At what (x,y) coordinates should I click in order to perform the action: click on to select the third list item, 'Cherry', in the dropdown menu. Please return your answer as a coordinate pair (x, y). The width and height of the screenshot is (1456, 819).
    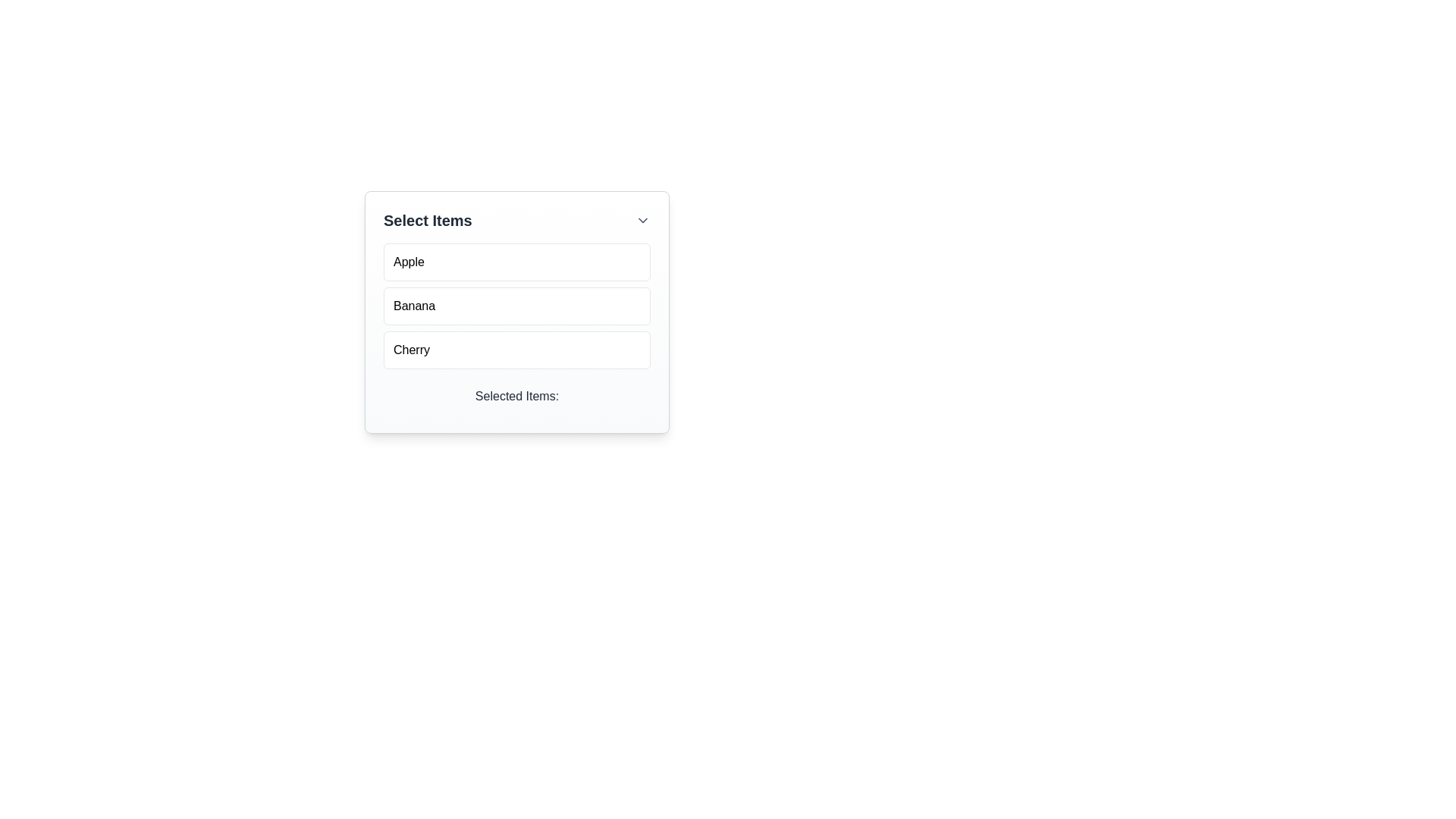
    Looking at the image, I should click on (516, 350).